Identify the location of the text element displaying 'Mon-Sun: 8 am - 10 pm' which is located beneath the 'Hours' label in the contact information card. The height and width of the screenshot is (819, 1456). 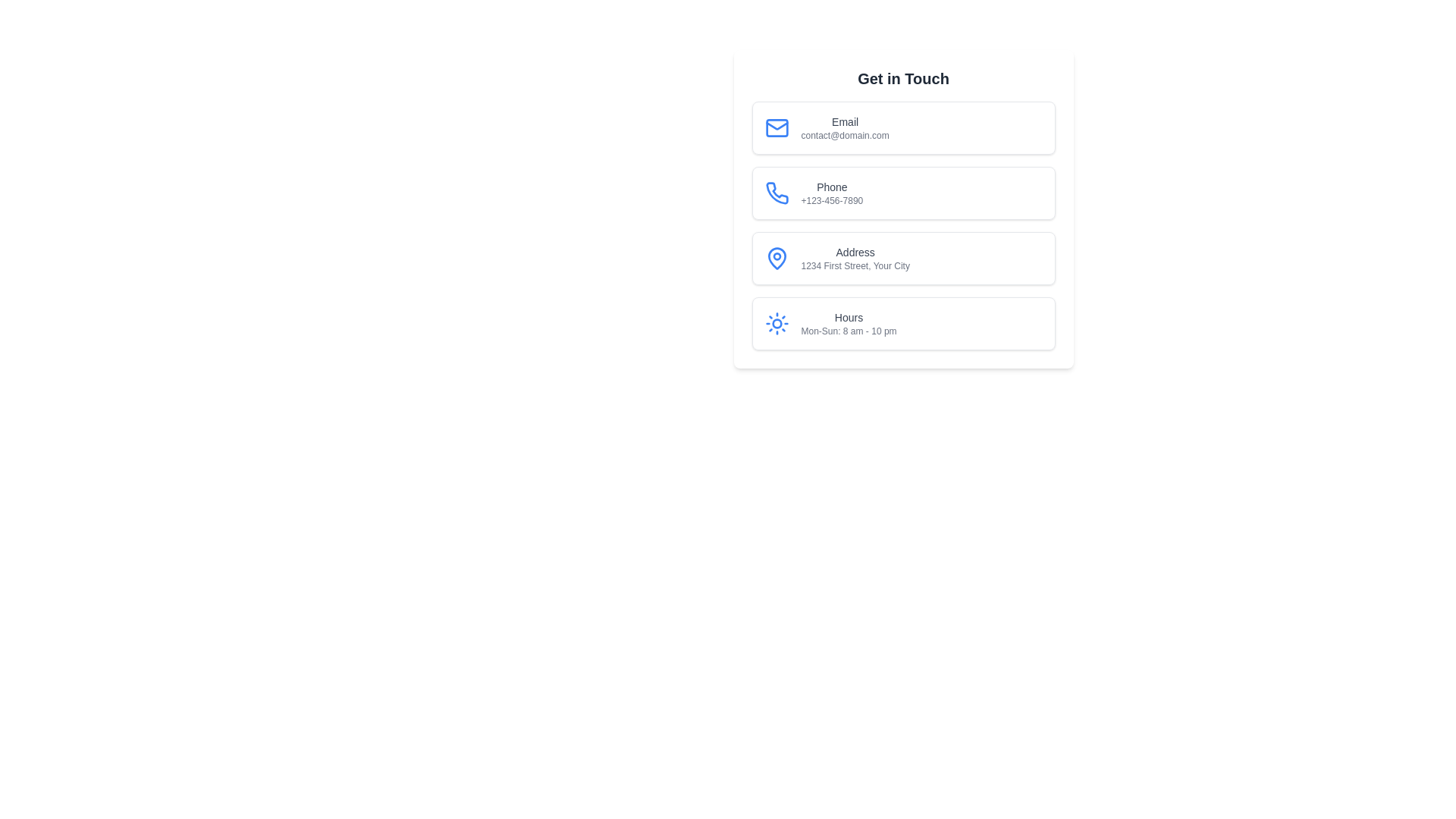
(848, 330).